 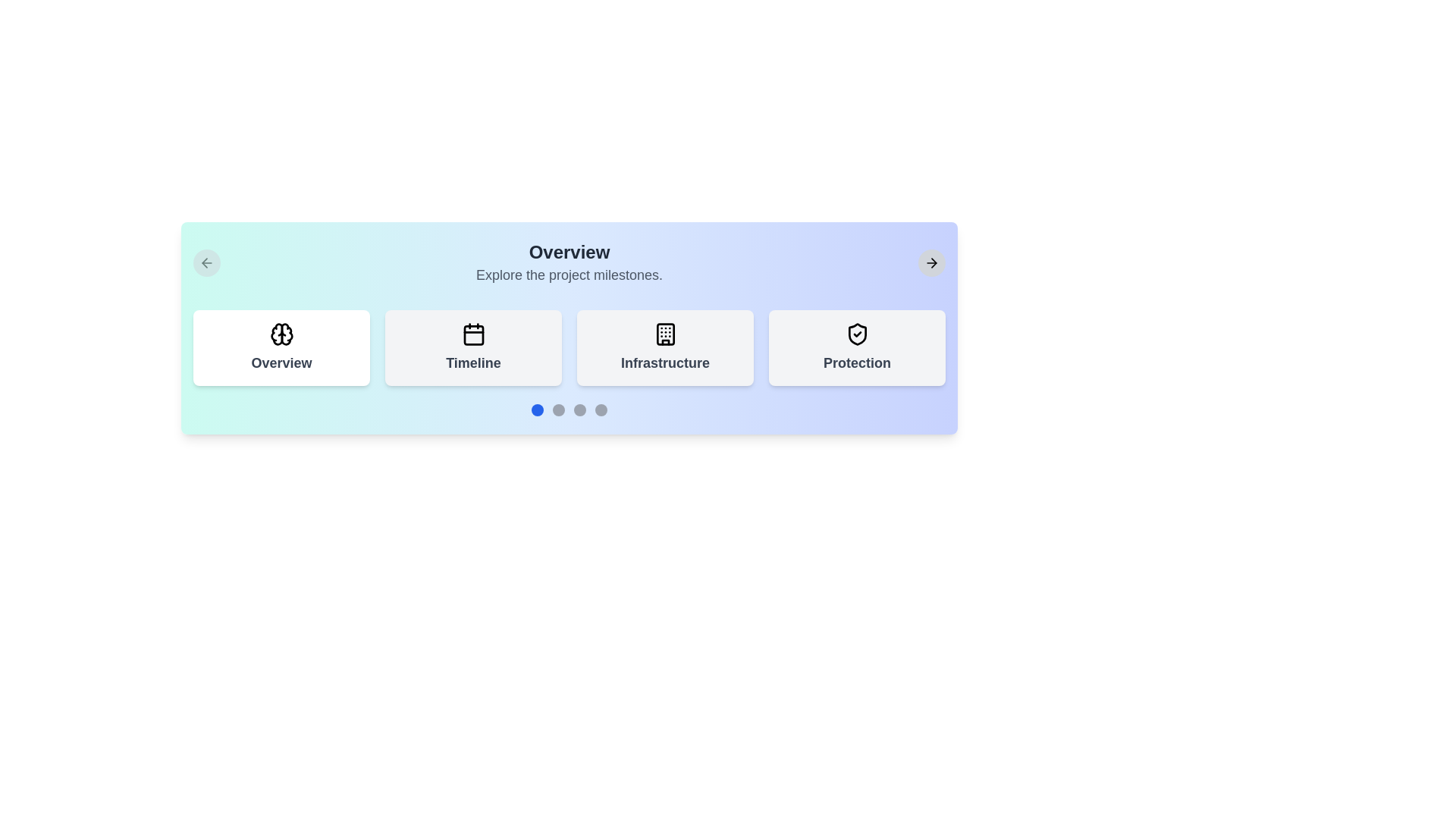 What do you see at coordinates (472, 334) in the screenshot?
I see `the decorative graphical rectangle of the calendar icon in the navigation panel, which represents the 'Timeline' option` at bounding box center [472, 334].